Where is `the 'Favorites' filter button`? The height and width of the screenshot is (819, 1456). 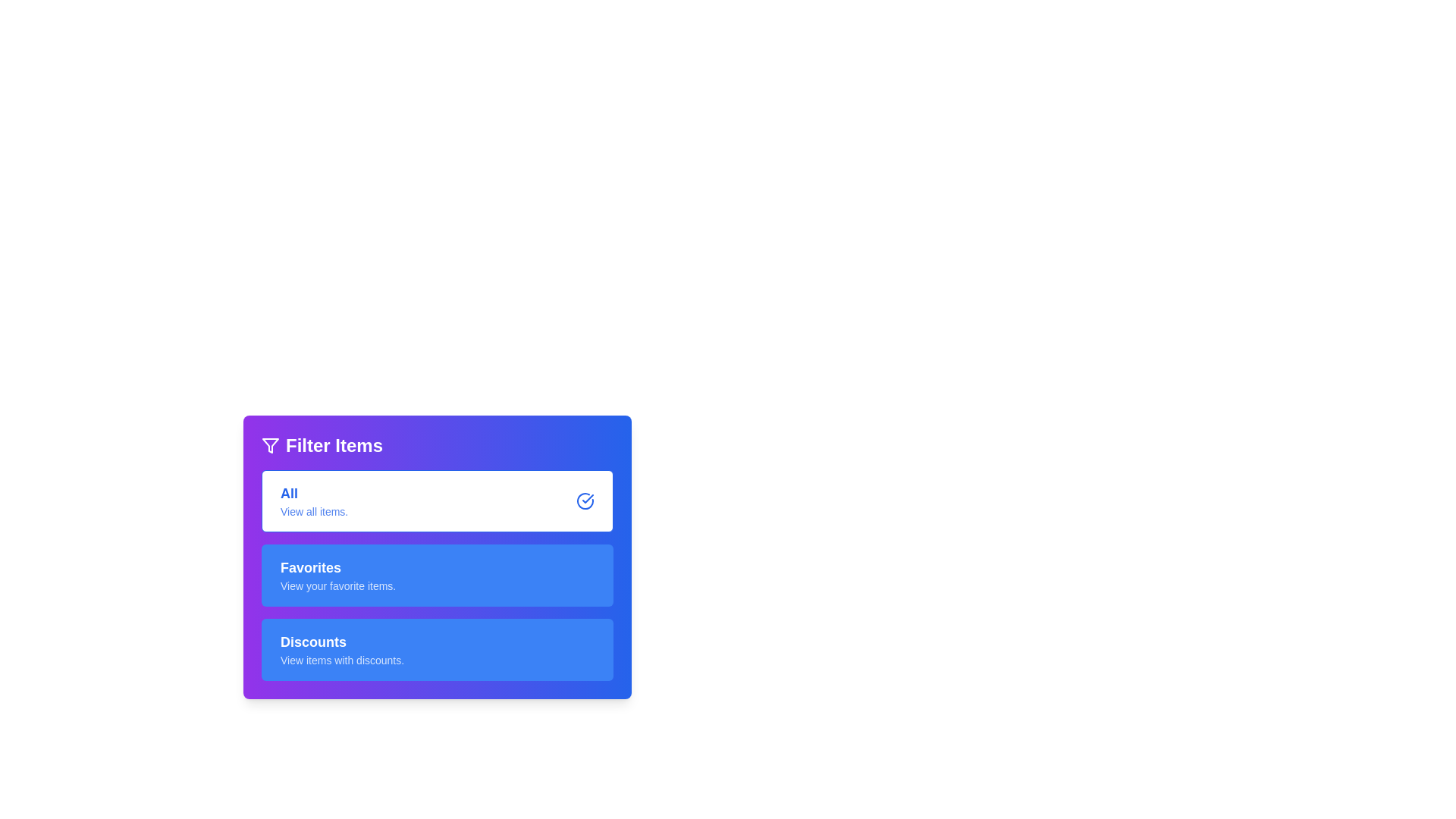
the 'Favorites' filter button is located at coordinates (436, 557).